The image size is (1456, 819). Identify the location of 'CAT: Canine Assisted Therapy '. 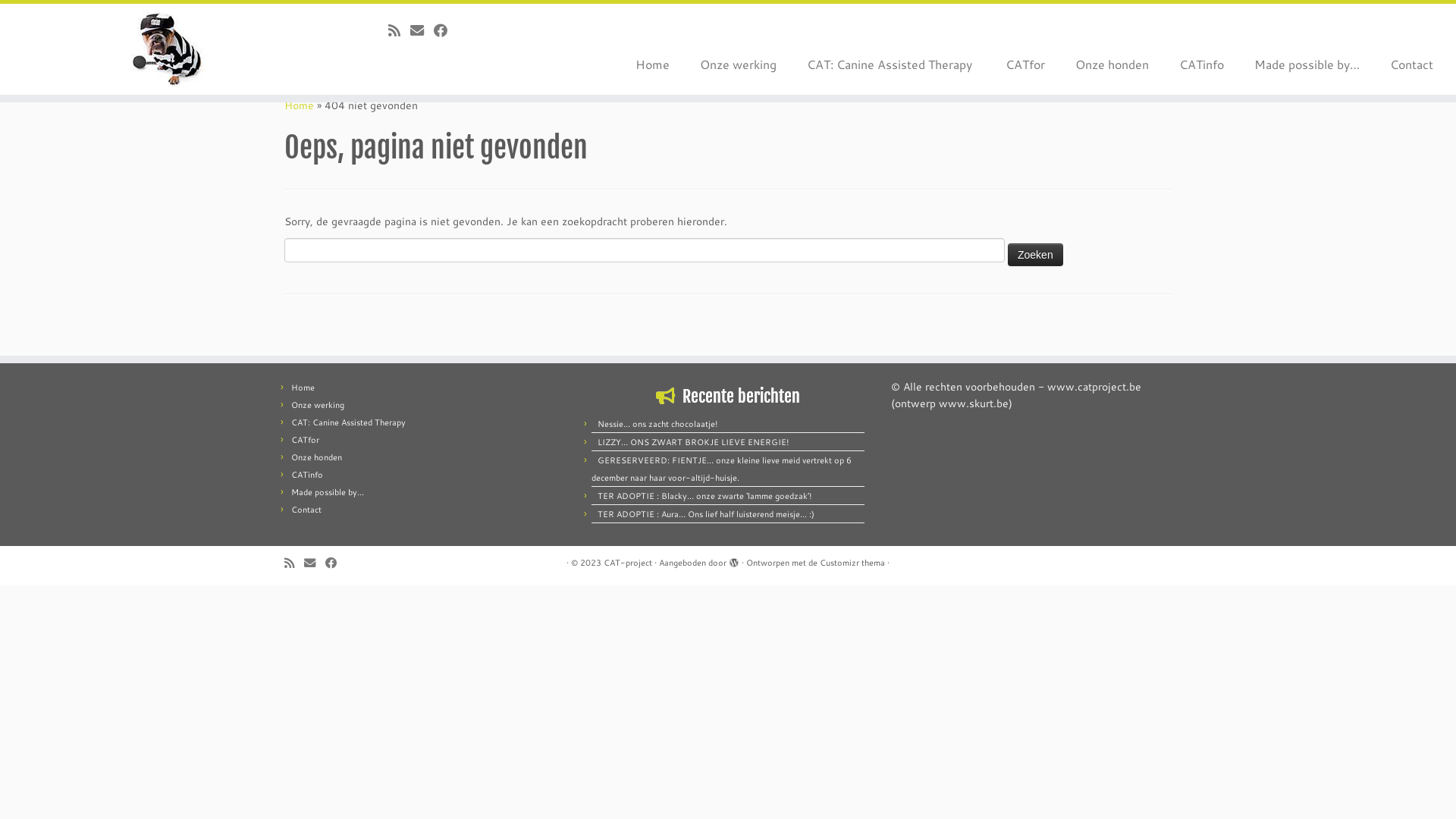
(348, 422).